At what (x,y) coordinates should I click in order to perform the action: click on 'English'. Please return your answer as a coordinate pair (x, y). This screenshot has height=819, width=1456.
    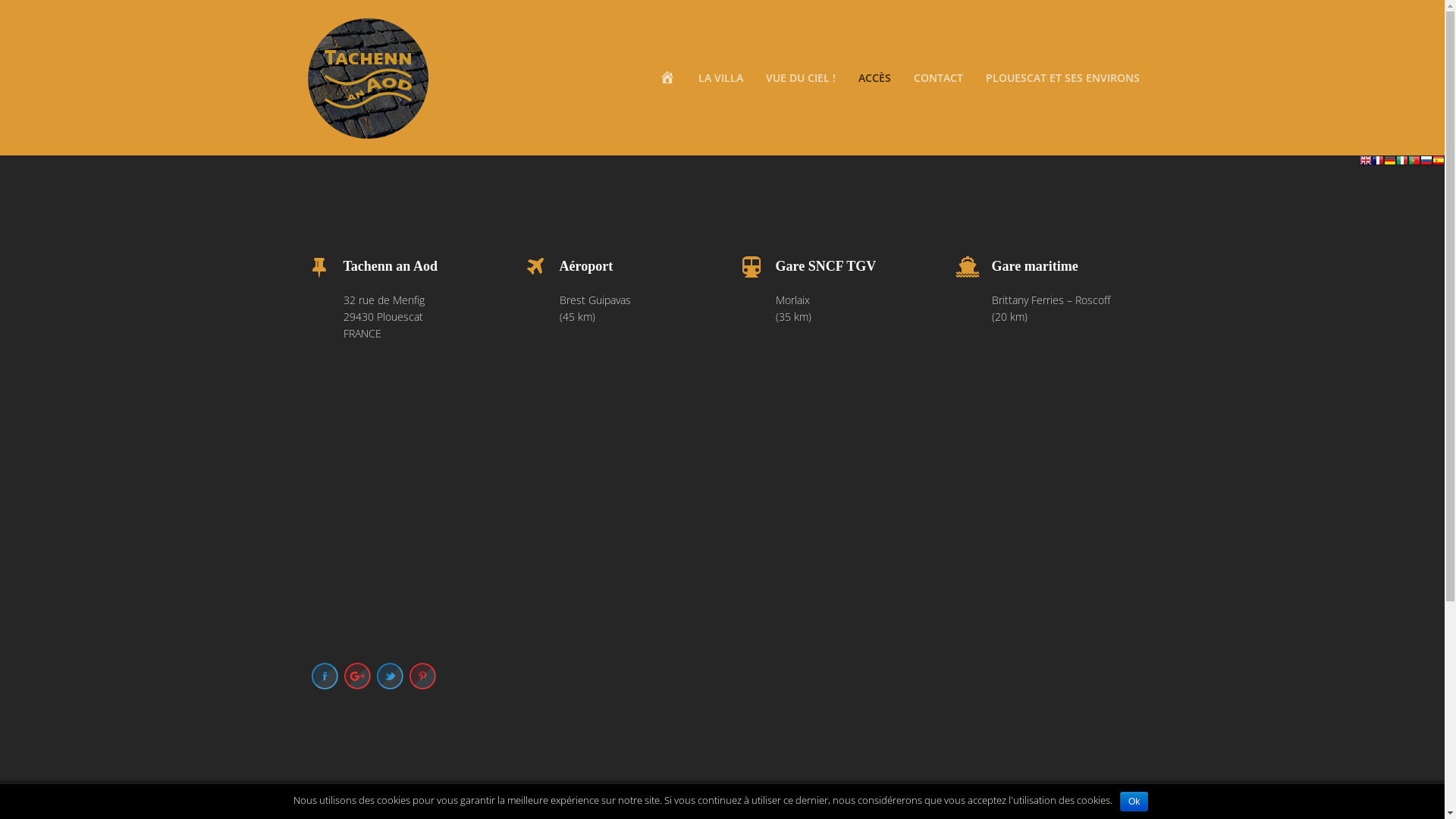
    Looking at the image, I should click on (1365, 164).